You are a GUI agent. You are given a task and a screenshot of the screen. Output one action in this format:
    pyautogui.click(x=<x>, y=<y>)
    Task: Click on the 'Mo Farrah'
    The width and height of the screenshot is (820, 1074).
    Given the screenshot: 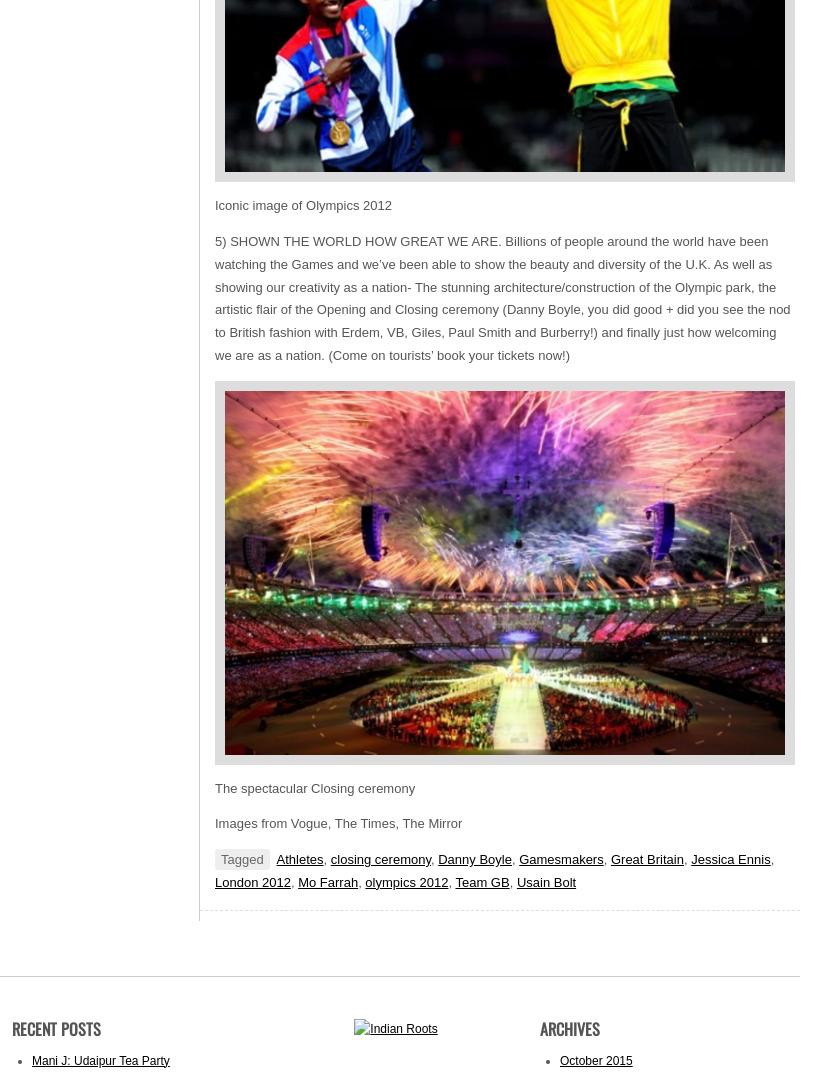 What is the action you would take?
    pyautogui.click(x=327, y=880)
    